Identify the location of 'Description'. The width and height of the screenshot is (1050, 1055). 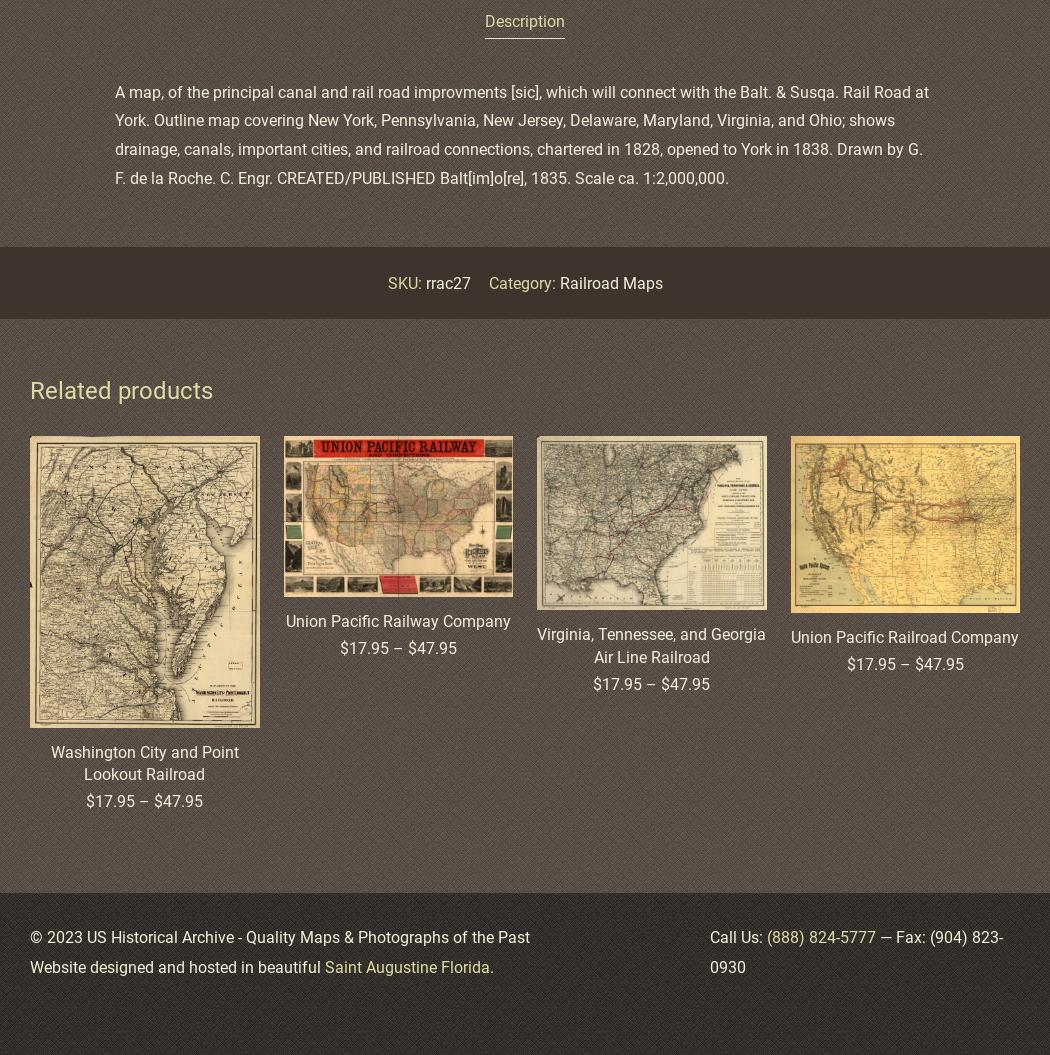
(525, 20).